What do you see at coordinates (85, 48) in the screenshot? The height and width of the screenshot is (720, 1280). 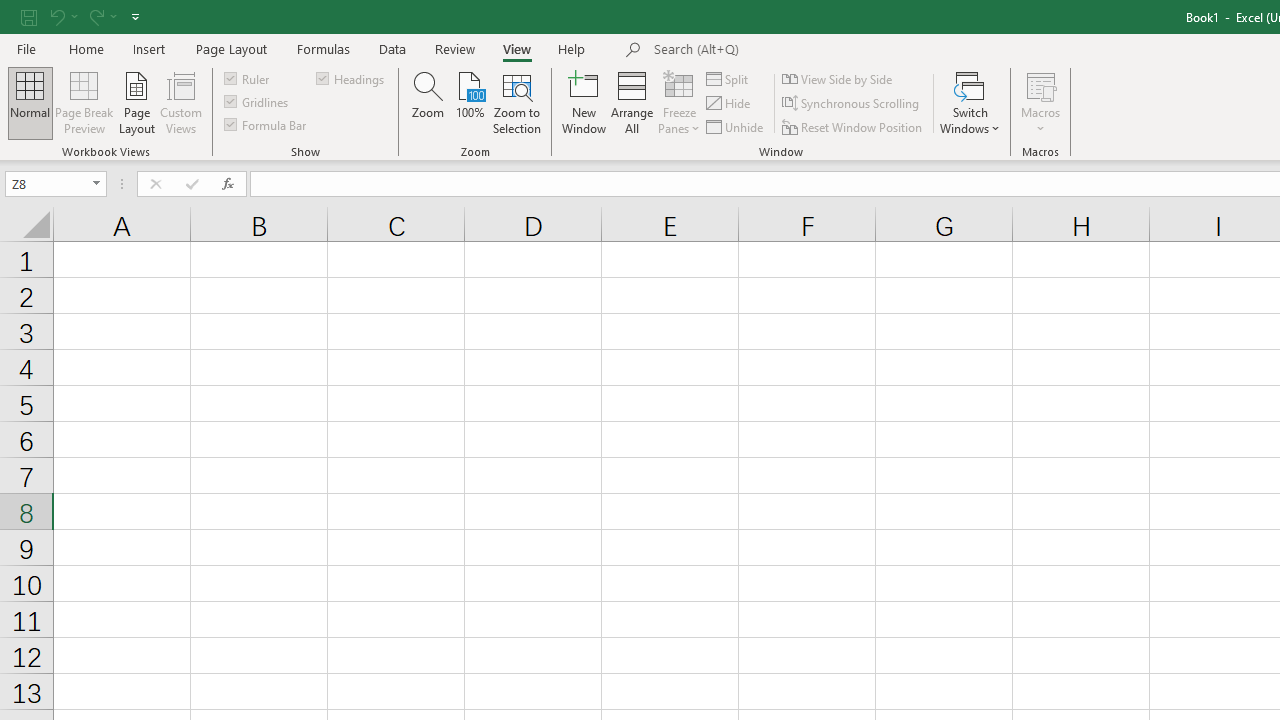 I see `'Home'` at bounding box center [85, 48].